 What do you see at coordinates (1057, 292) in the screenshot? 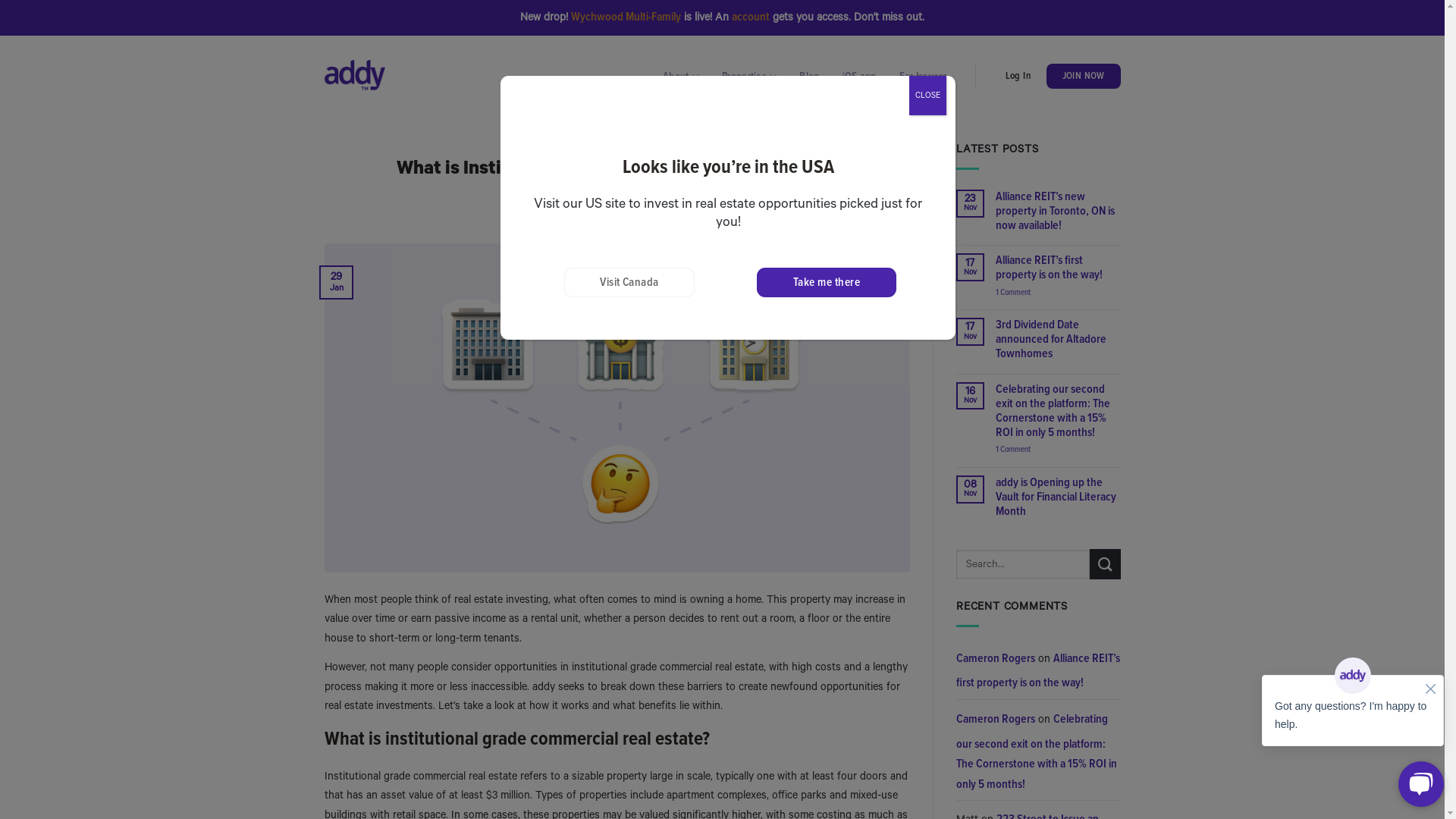
I see `'1 Comment'` at bounding box center [1057, 292].